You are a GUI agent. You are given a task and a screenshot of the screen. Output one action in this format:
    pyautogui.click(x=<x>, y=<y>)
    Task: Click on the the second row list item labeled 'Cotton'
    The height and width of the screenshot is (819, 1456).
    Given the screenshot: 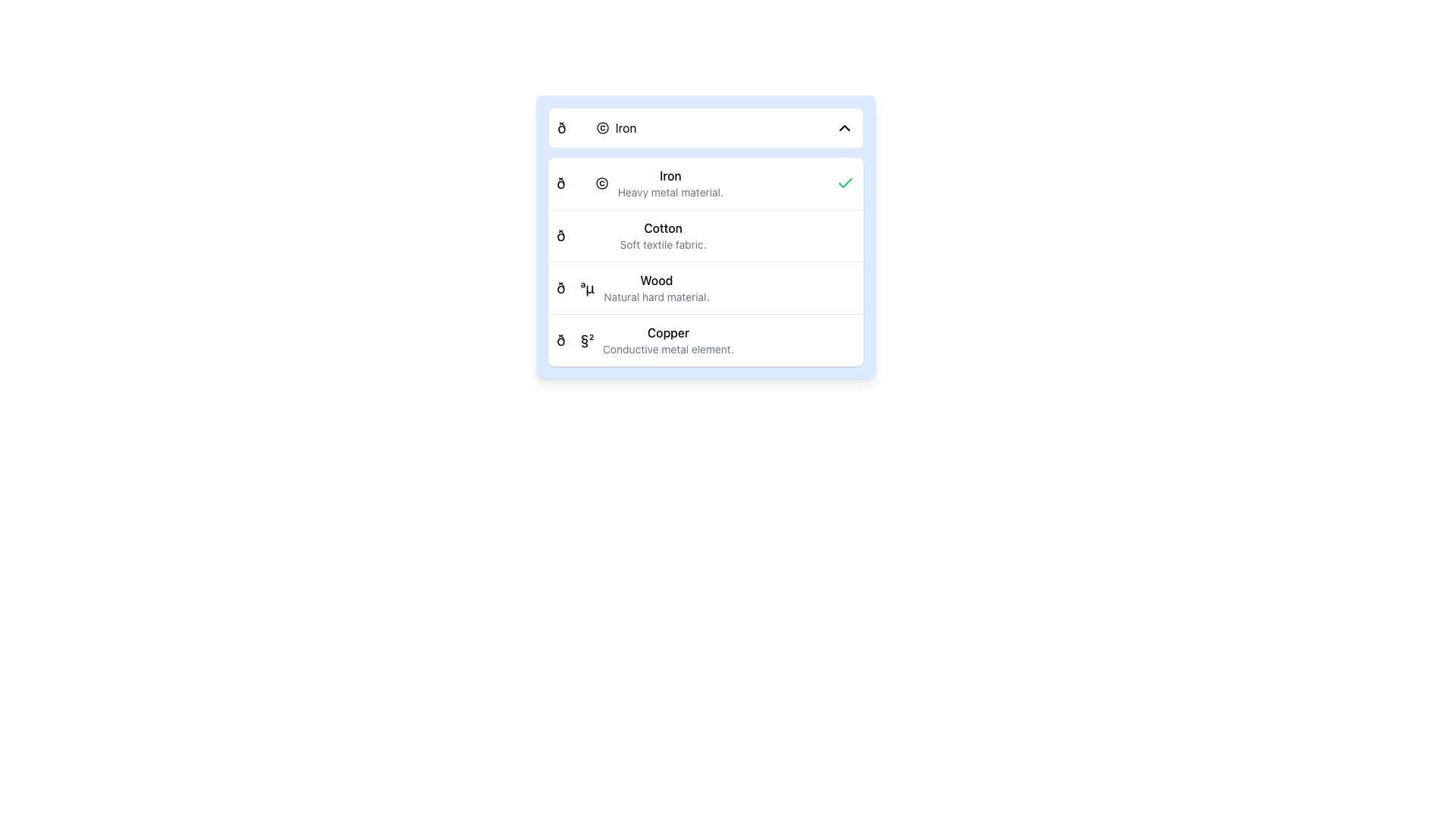 What is the action you would take?
    pyautogui.click(x=704, y=237)
    